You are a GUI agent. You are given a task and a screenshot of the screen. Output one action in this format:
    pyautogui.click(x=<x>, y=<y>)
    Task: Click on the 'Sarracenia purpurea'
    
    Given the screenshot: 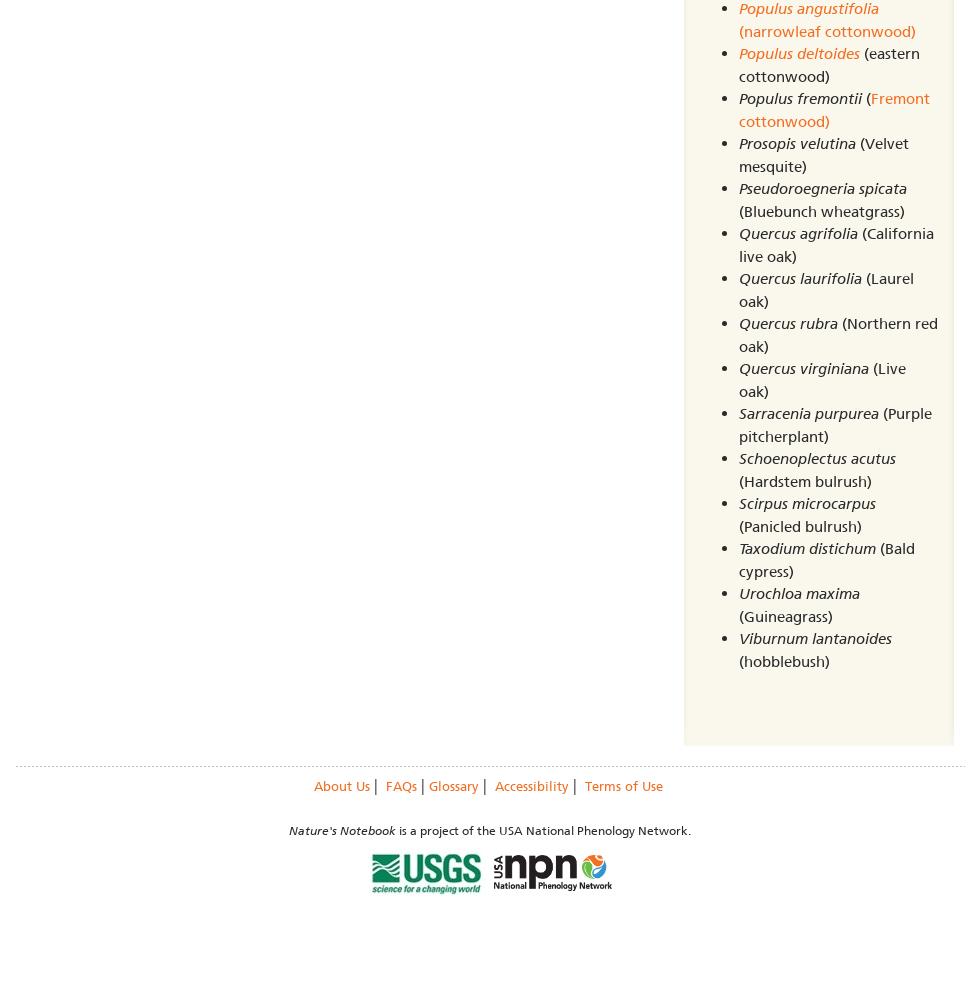 What is the action you would take?
    pyautogui.click(x=738, y=414)
    